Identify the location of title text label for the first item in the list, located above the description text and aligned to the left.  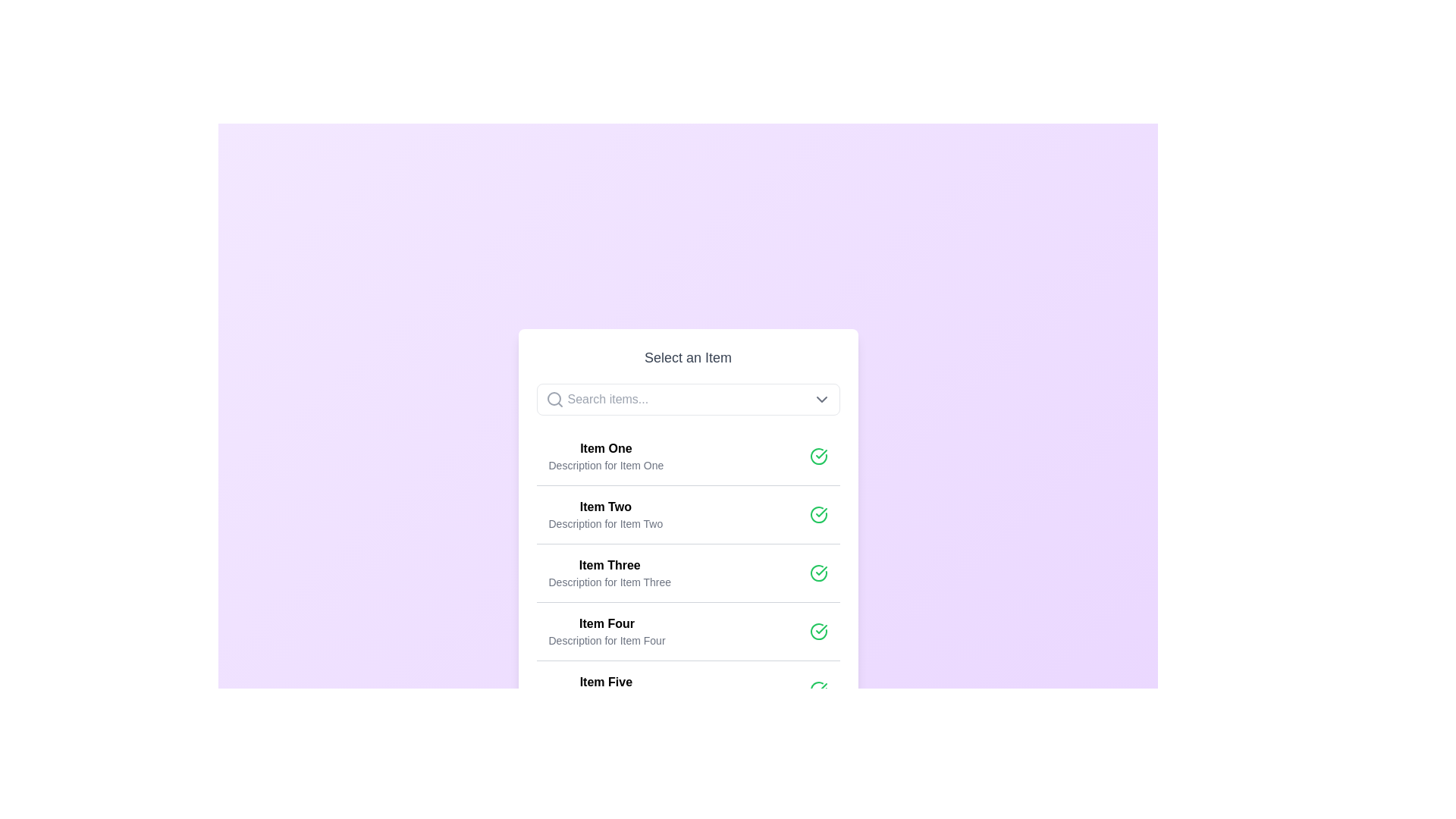
(605, 447).